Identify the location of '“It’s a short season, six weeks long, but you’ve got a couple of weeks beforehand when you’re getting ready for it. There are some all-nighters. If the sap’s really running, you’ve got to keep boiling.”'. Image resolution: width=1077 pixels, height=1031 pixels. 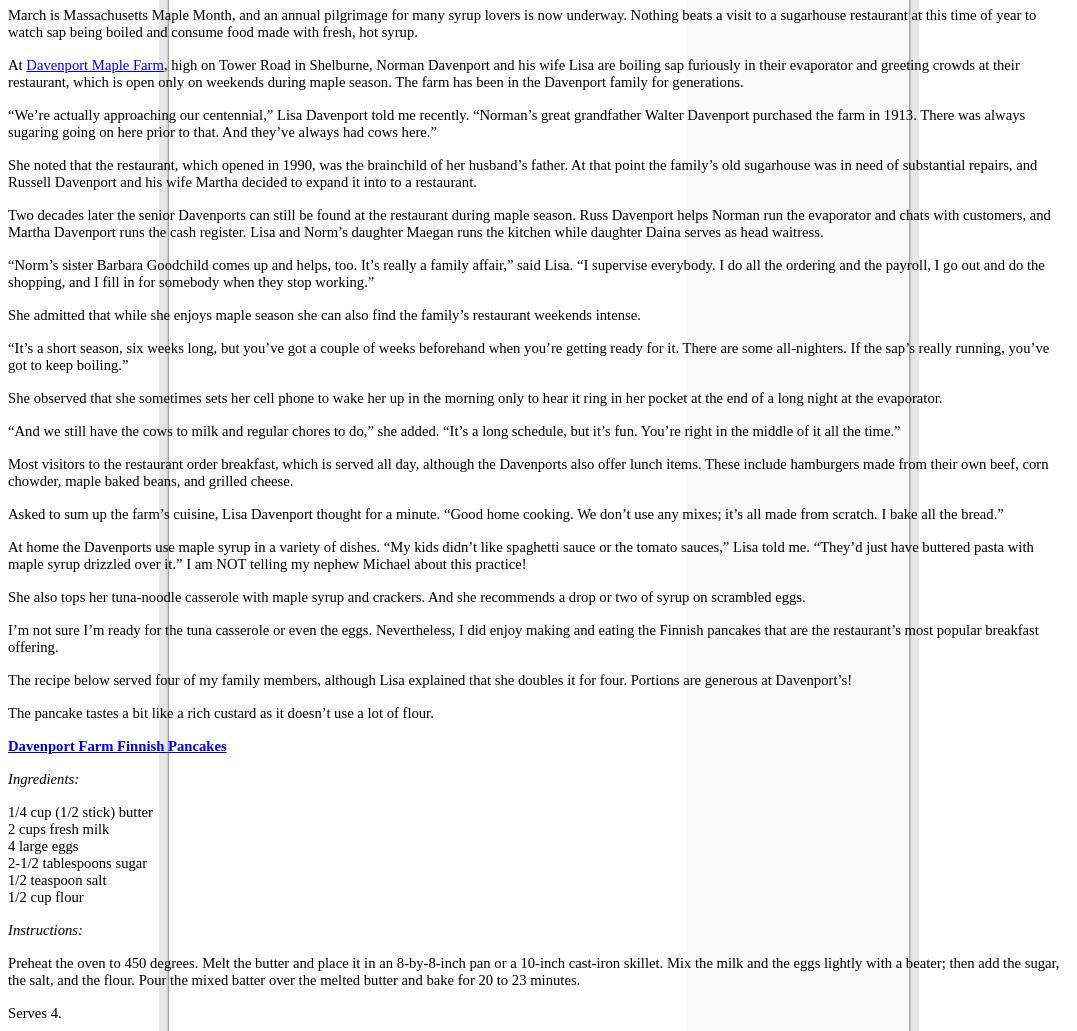
(527, 355).